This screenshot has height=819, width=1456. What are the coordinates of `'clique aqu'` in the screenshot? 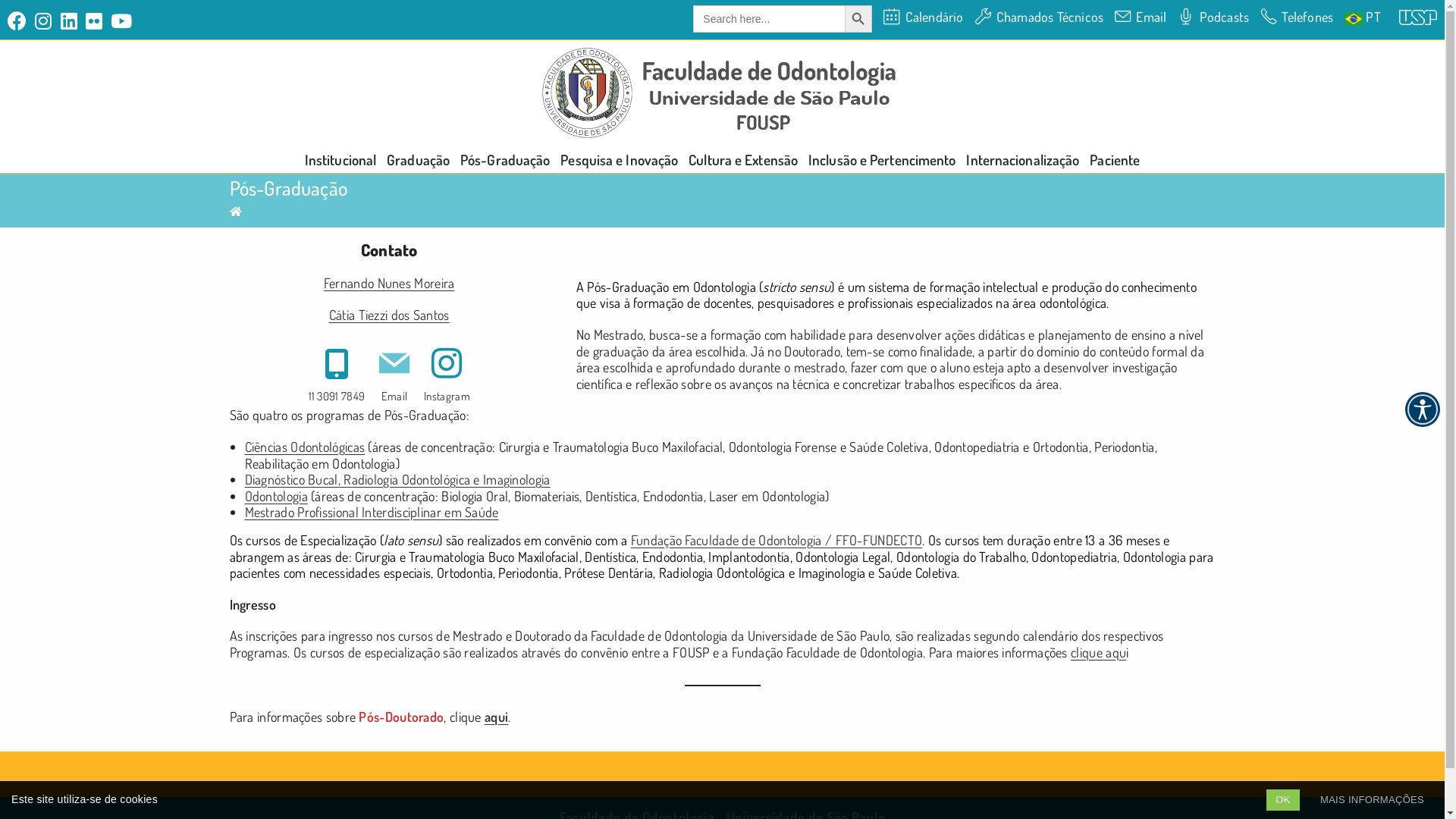 It's located at (1098, 651).